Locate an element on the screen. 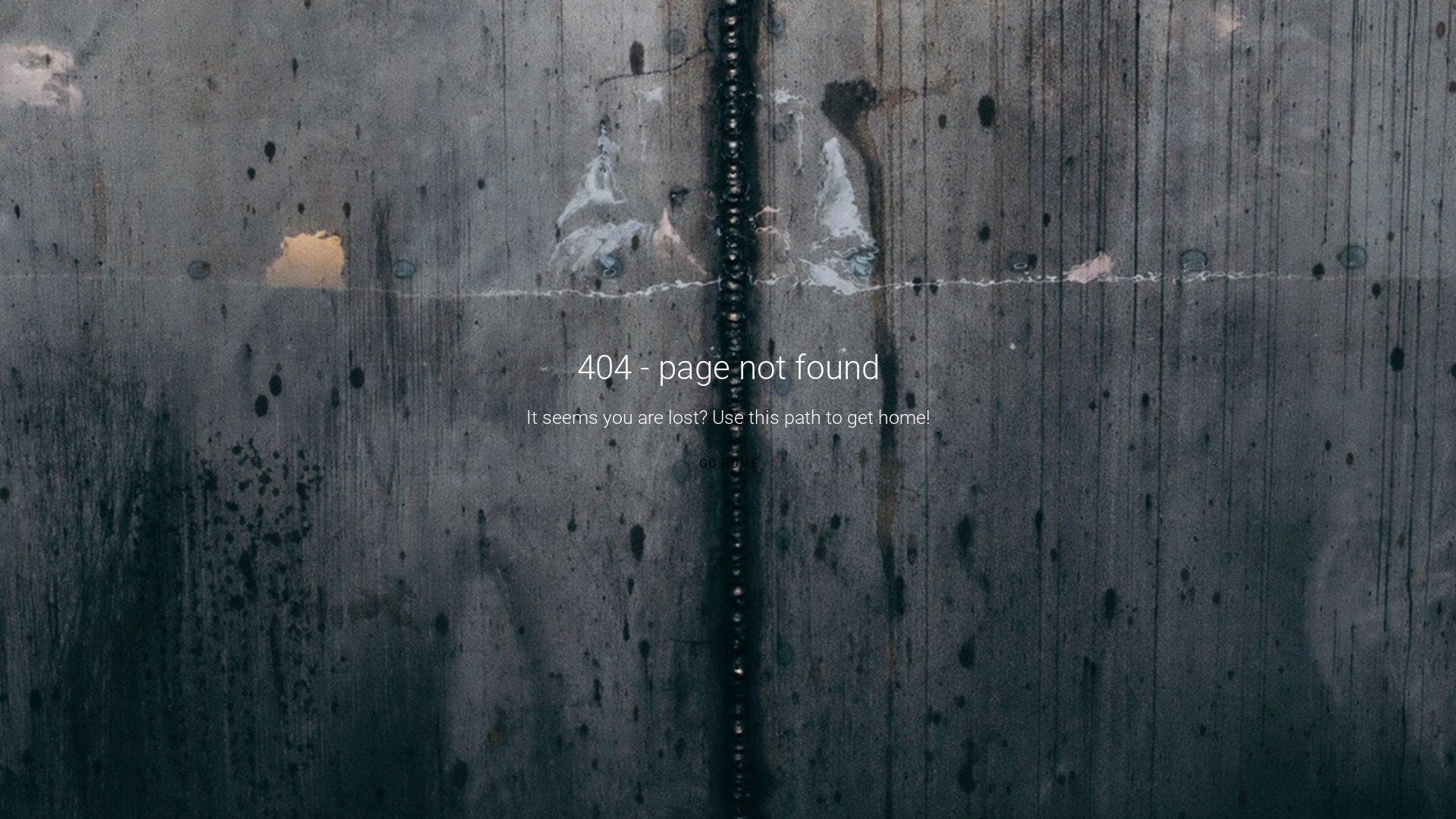  'GO HOME' is located at coordinates (726, 462).